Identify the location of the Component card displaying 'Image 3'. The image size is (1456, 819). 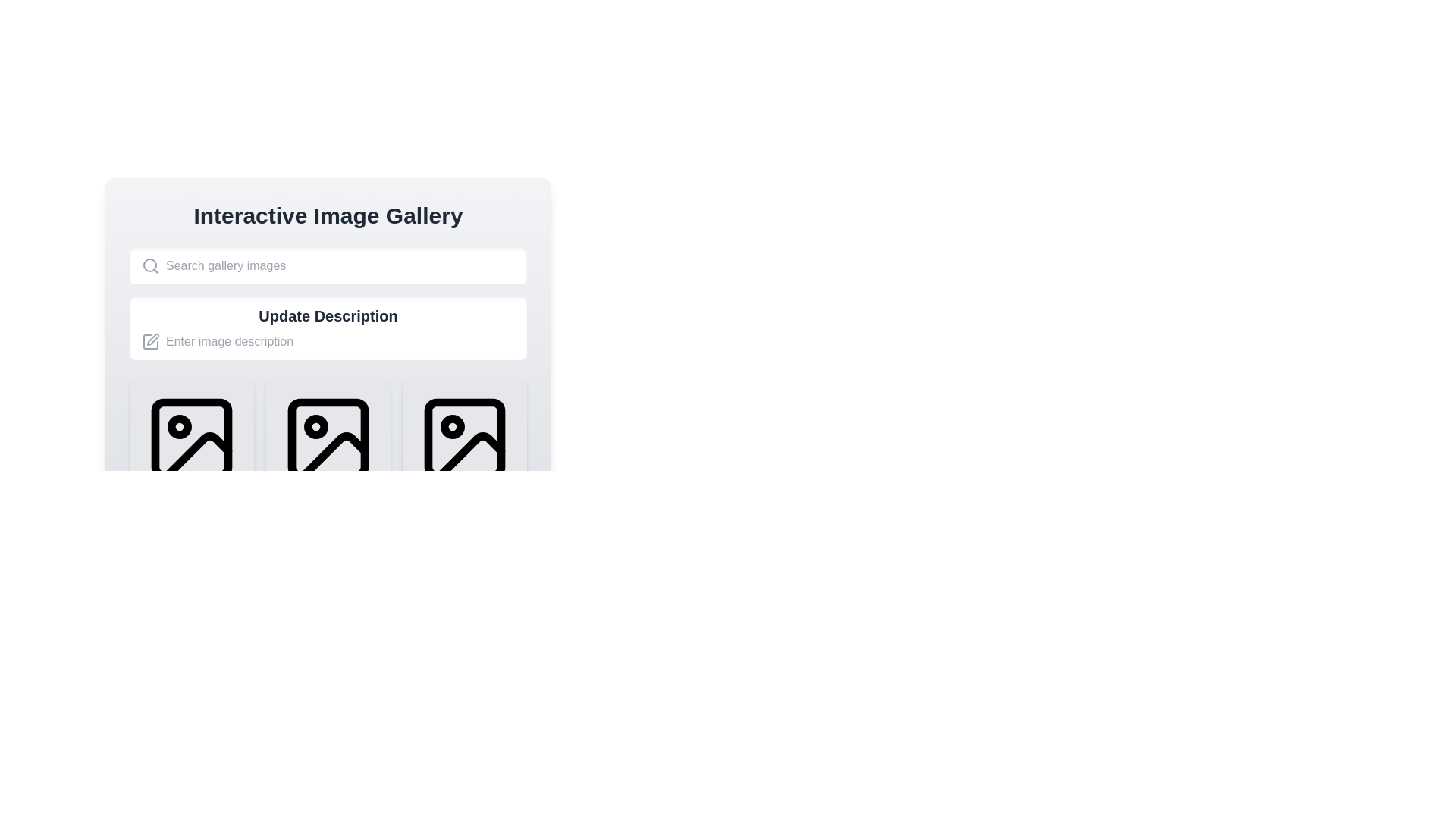
(464, 461).